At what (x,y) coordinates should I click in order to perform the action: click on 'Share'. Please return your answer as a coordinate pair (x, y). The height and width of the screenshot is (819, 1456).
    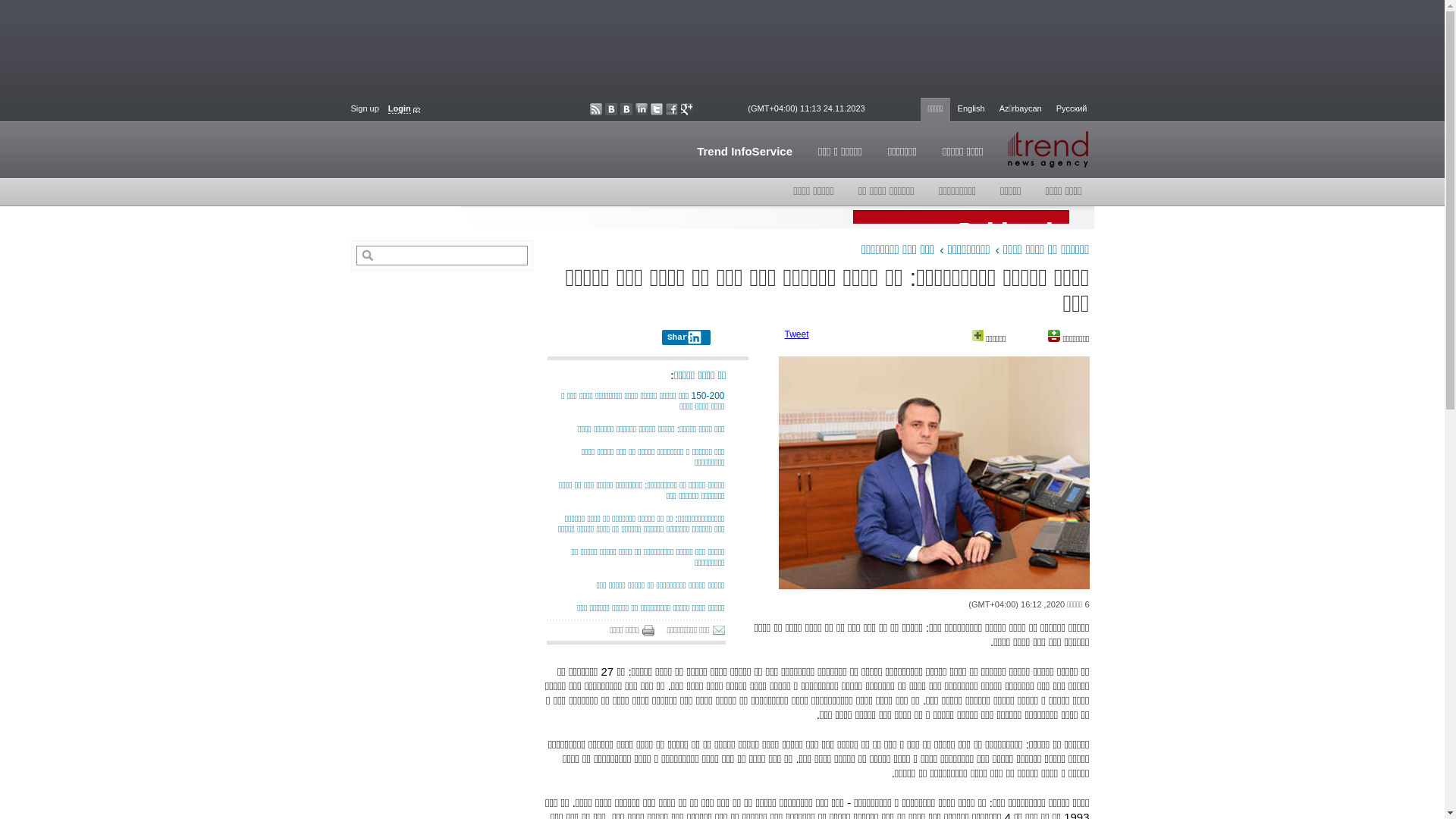
    Looking at the image, I should click on (686, 336).